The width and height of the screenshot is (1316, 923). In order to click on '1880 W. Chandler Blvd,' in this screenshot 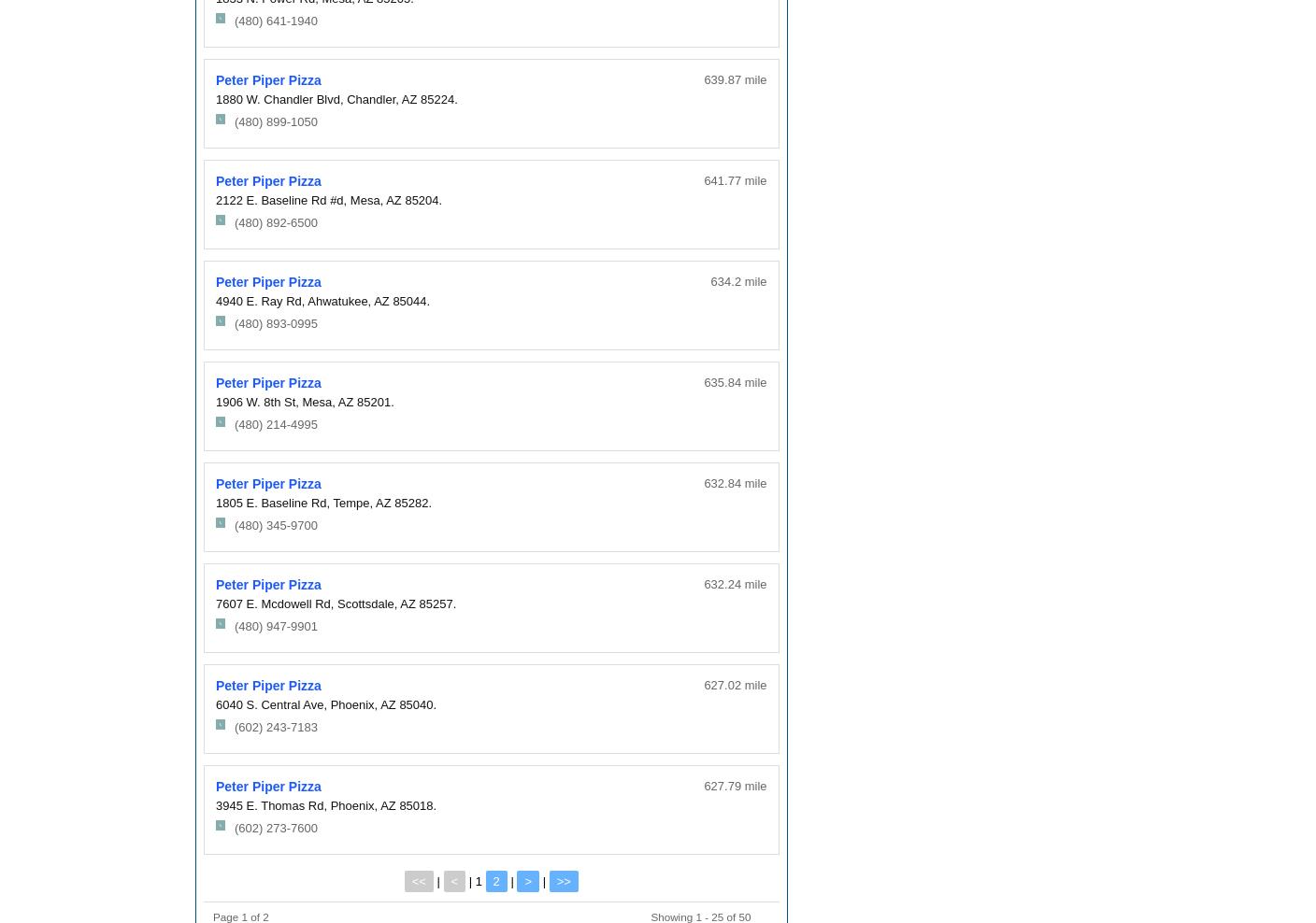, I will do `click(279, 98)`.